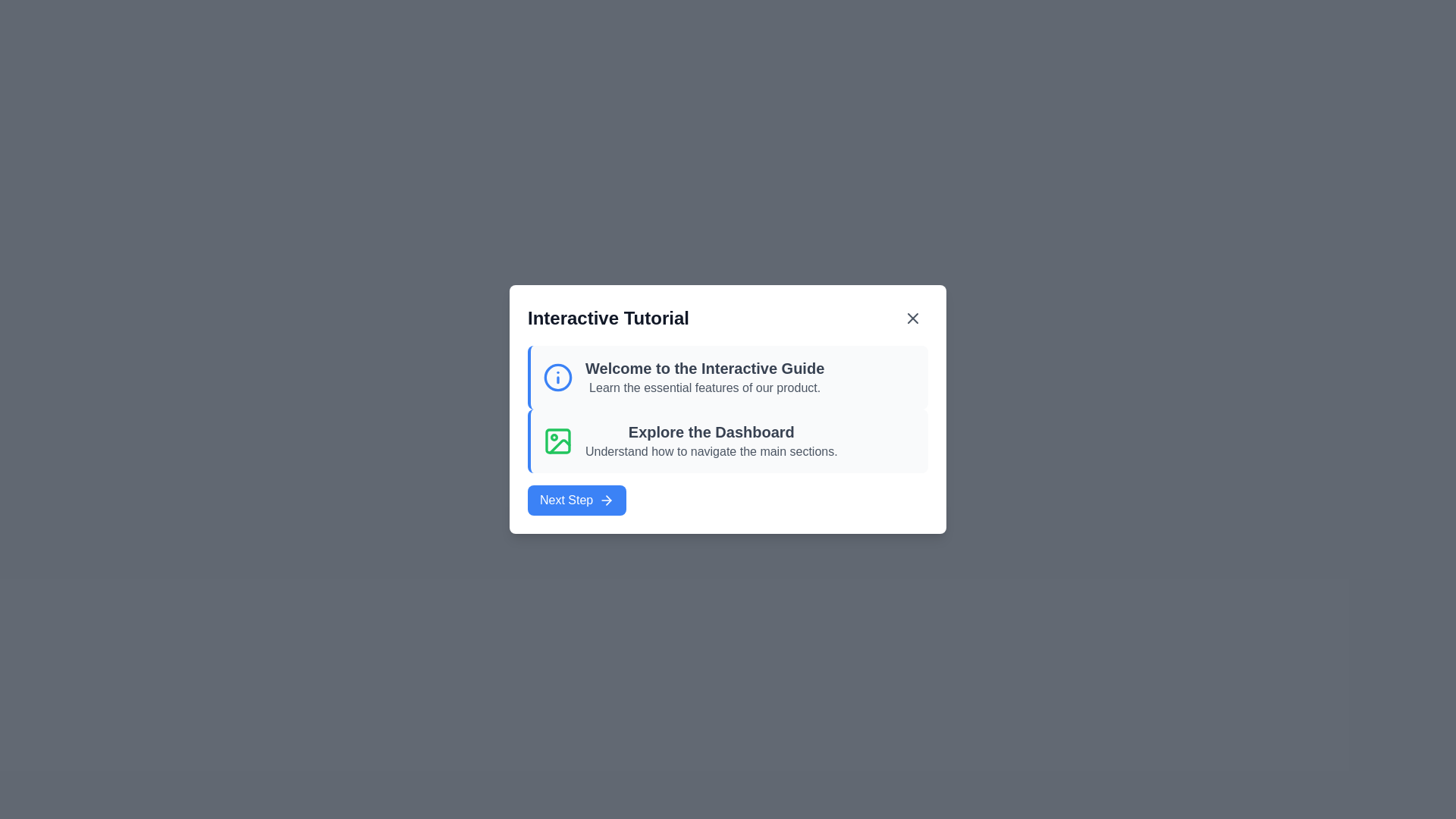  Describe the element at coordinates (728, 318) in the screenshot. I see `the title bar of the modal labeled 'Interactive Tutorial', which is located at the top of the modal interface` at that location.